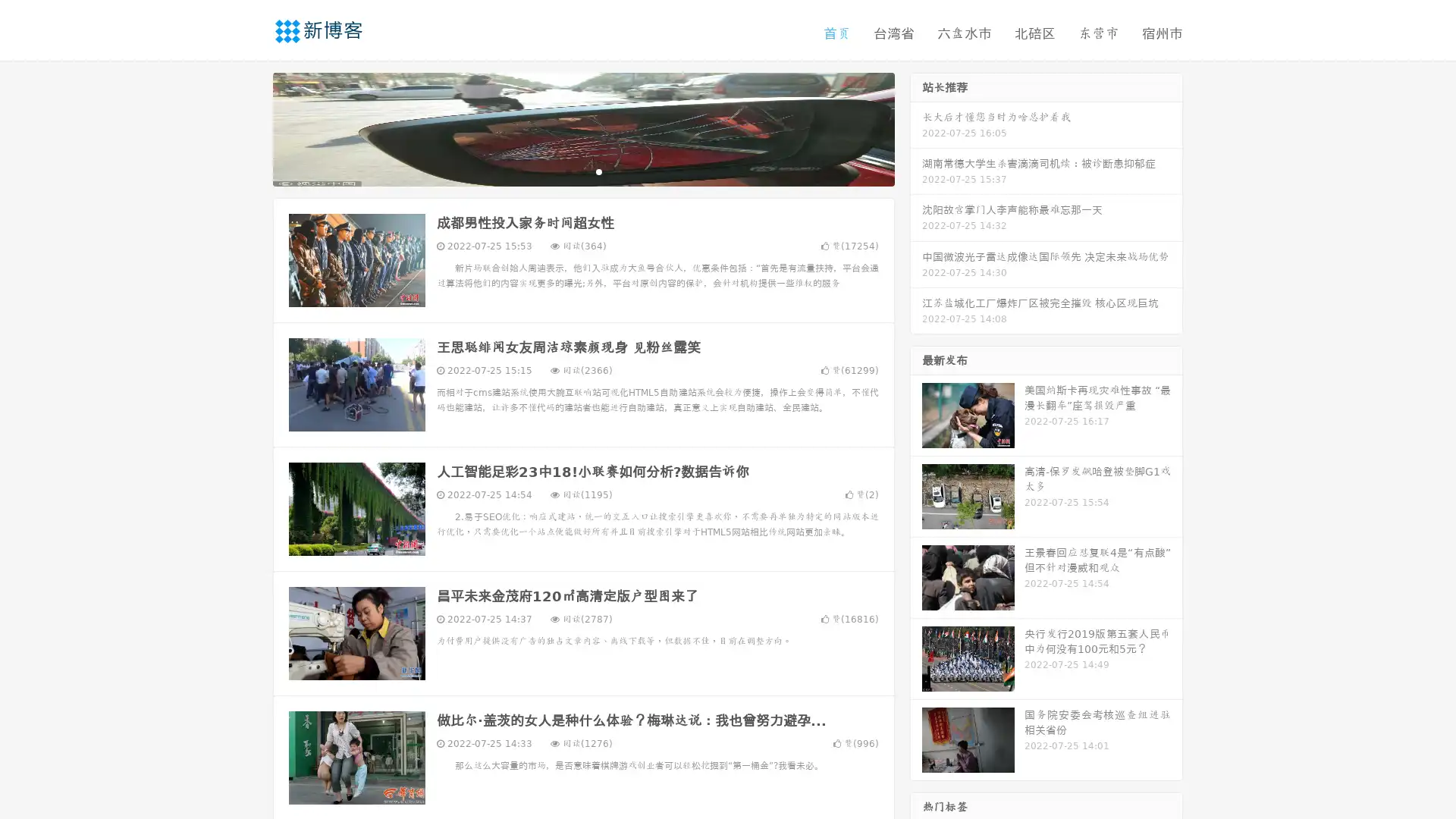 The height and width of the screenshot is (819, 1456). I want to click on Previous slide, so click(250, 127).